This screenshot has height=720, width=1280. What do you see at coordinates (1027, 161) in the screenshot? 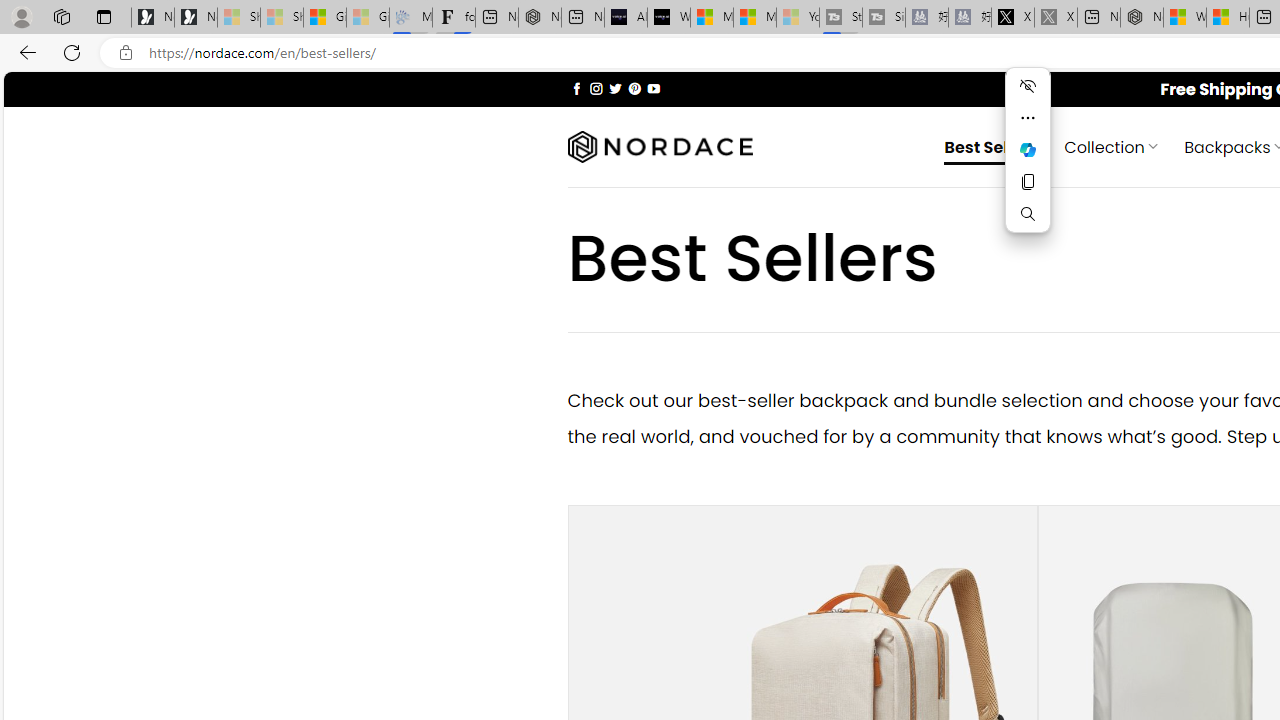
I see `'Mini menu on text selection'` at bounding box center [1027, 161].